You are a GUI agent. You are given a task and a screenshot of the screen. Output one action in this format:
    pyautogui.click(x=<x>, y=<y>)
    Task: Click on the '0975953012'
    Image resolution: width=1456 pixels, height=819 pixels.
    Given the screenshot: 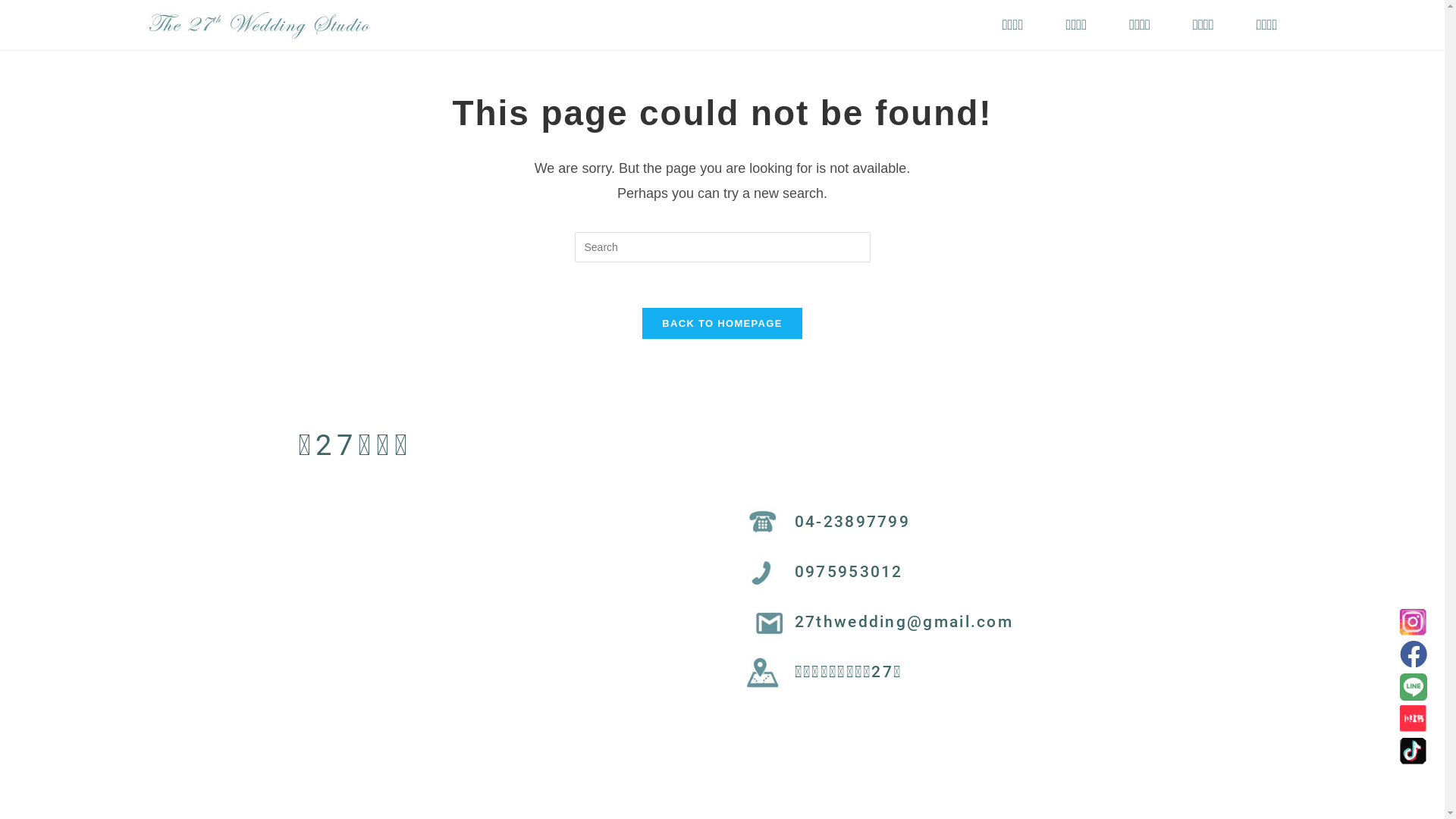 What is the action you would take?
    pyautogui.click(x=848, y=571)
    